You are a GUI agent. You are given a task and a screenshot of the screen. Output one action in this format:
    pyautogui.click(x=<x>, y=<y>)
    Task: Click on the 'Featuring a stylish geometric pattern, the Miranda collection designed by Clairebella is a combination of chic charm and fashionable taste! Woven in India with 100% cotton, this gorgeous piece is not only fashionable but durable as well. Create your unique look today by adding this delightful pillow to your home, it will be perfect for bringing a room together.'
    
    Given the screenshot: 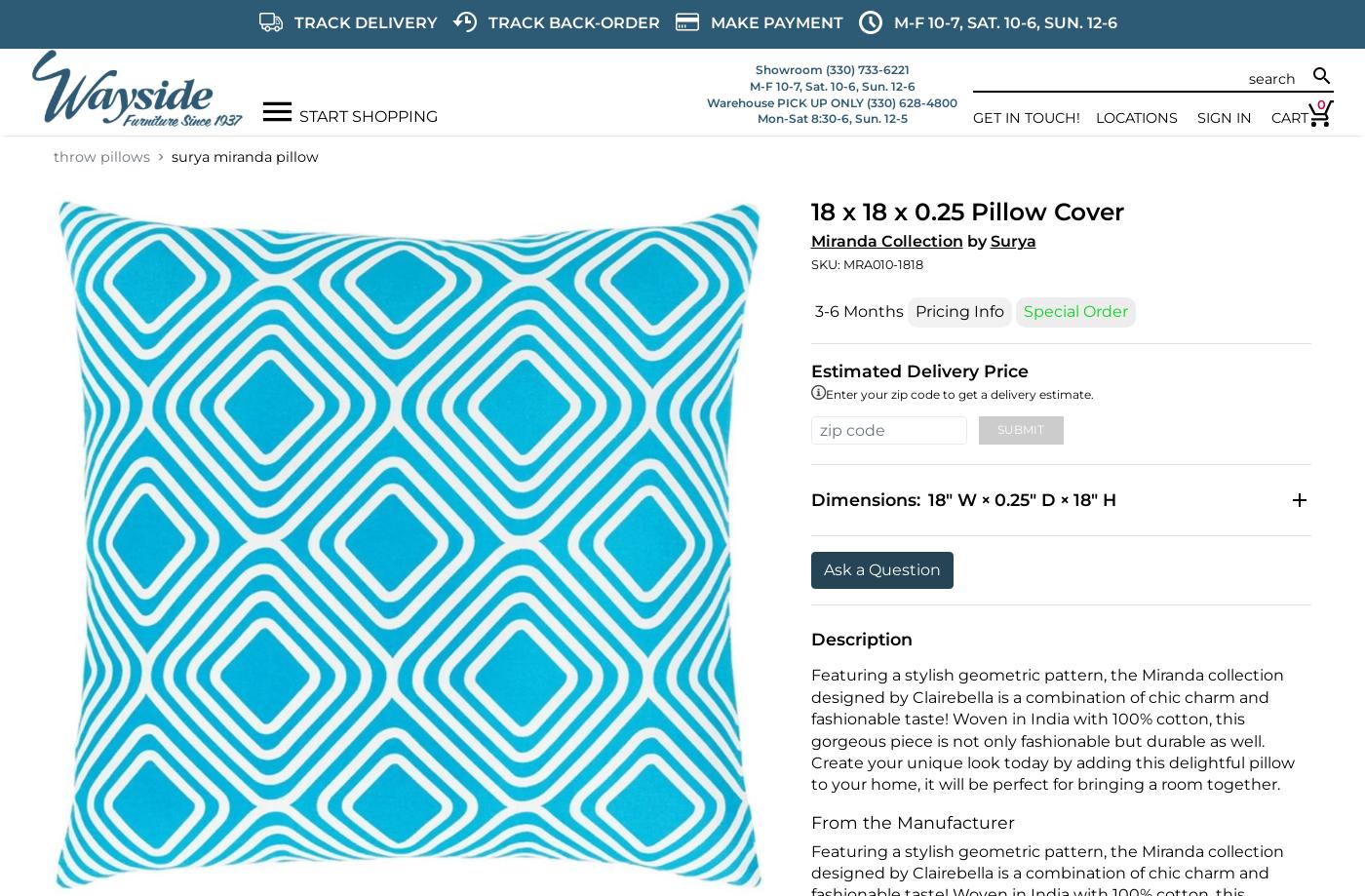 What is the action you would take?
    pyautogui.click(x=1051, y=729)
    